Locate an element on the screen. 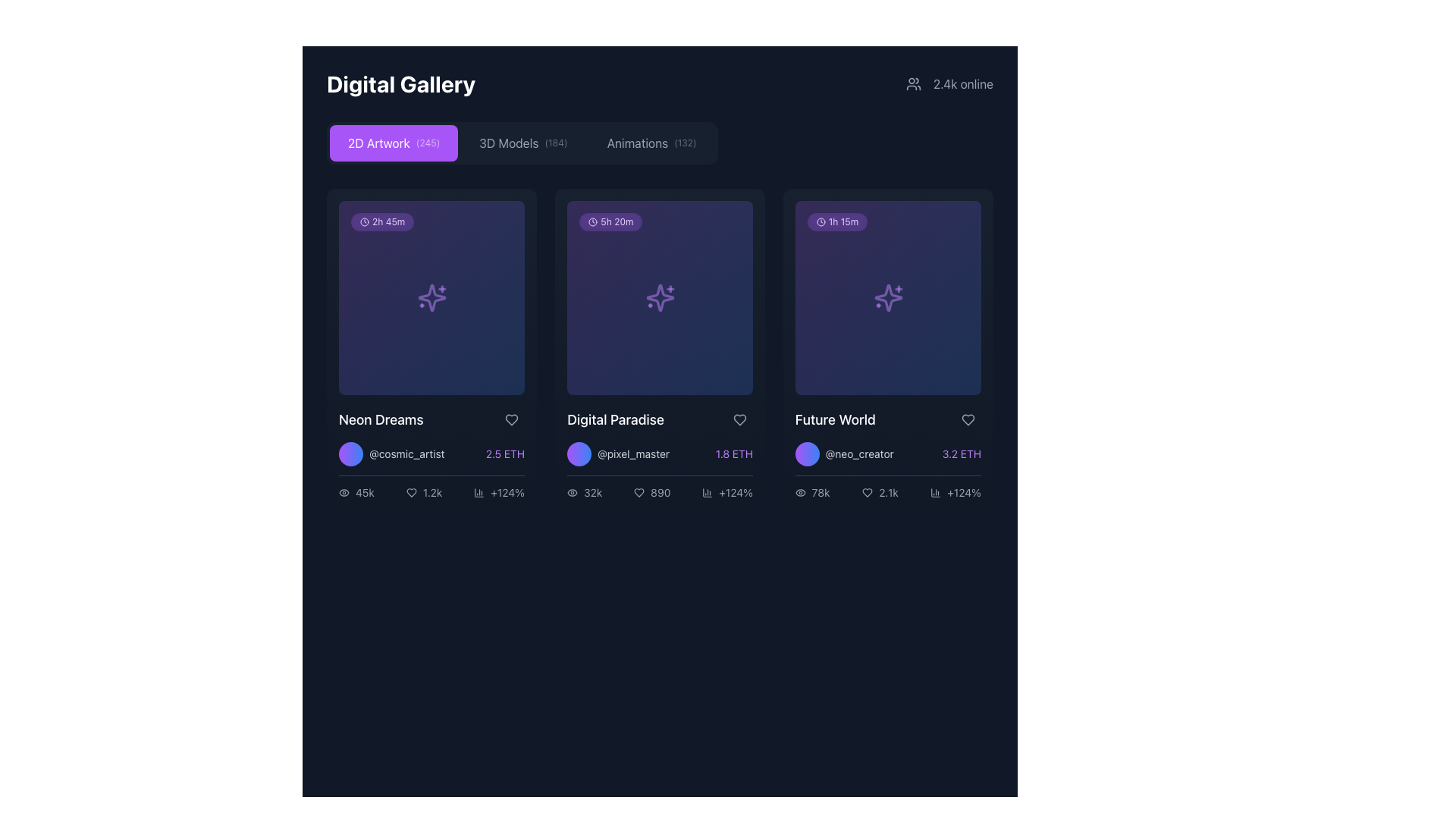  the username '@cosmic_artist' is located at coordinates (391, 453).